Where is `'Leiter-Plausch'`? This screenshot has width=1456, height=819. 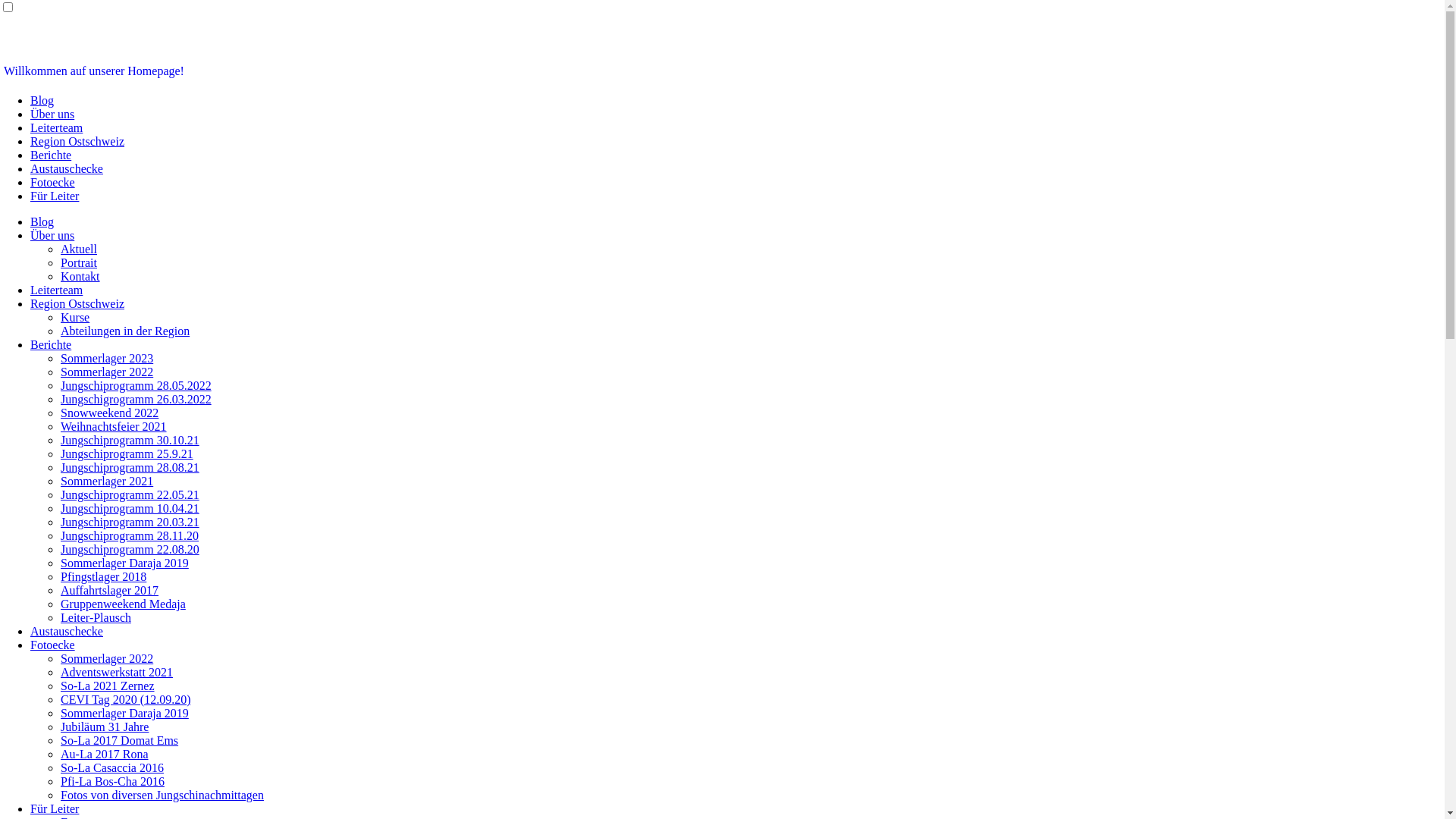
'Leiter-Plausch' is located at coordinates (95, 617).